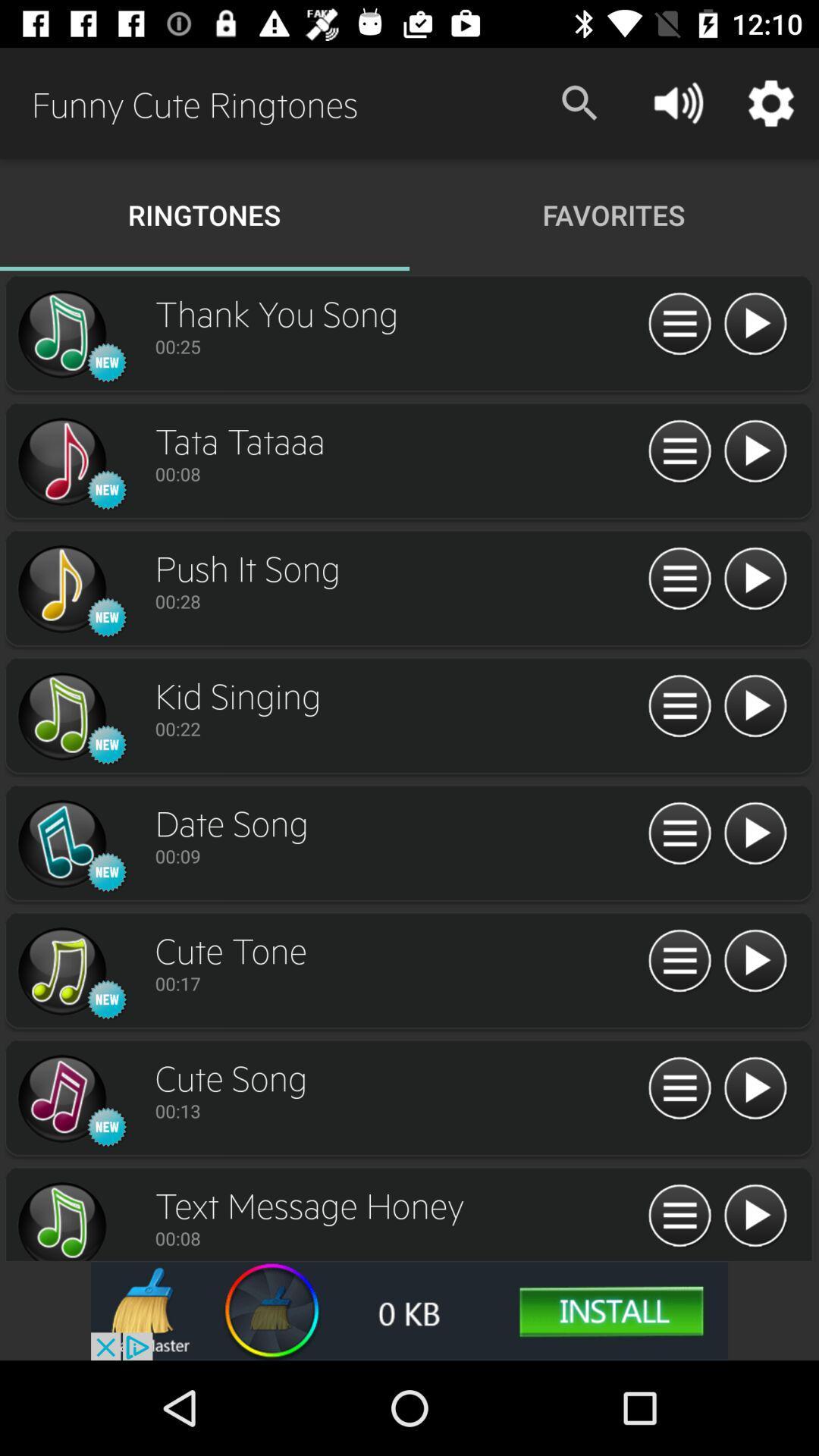 This screenshot has width=819, height=1456. What do you see at coordinates (679, 451) in the screenshot?
I see `tap to see more options` at bounding box center [679, 451].